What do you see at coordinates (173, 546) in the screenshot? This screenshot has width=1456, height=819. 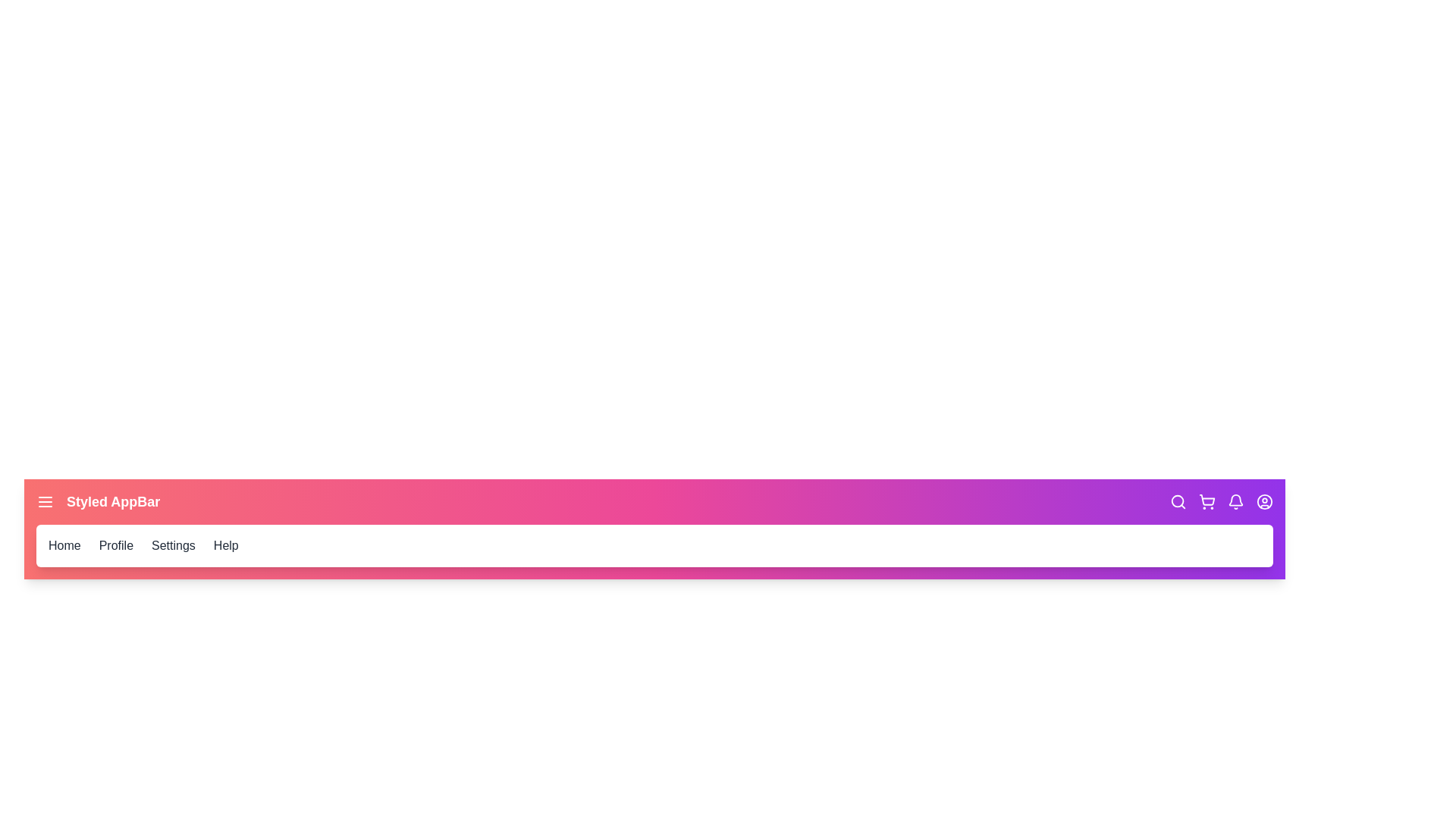 I see `the navigation option Settings from the menu` at bounding box center [173, 546].